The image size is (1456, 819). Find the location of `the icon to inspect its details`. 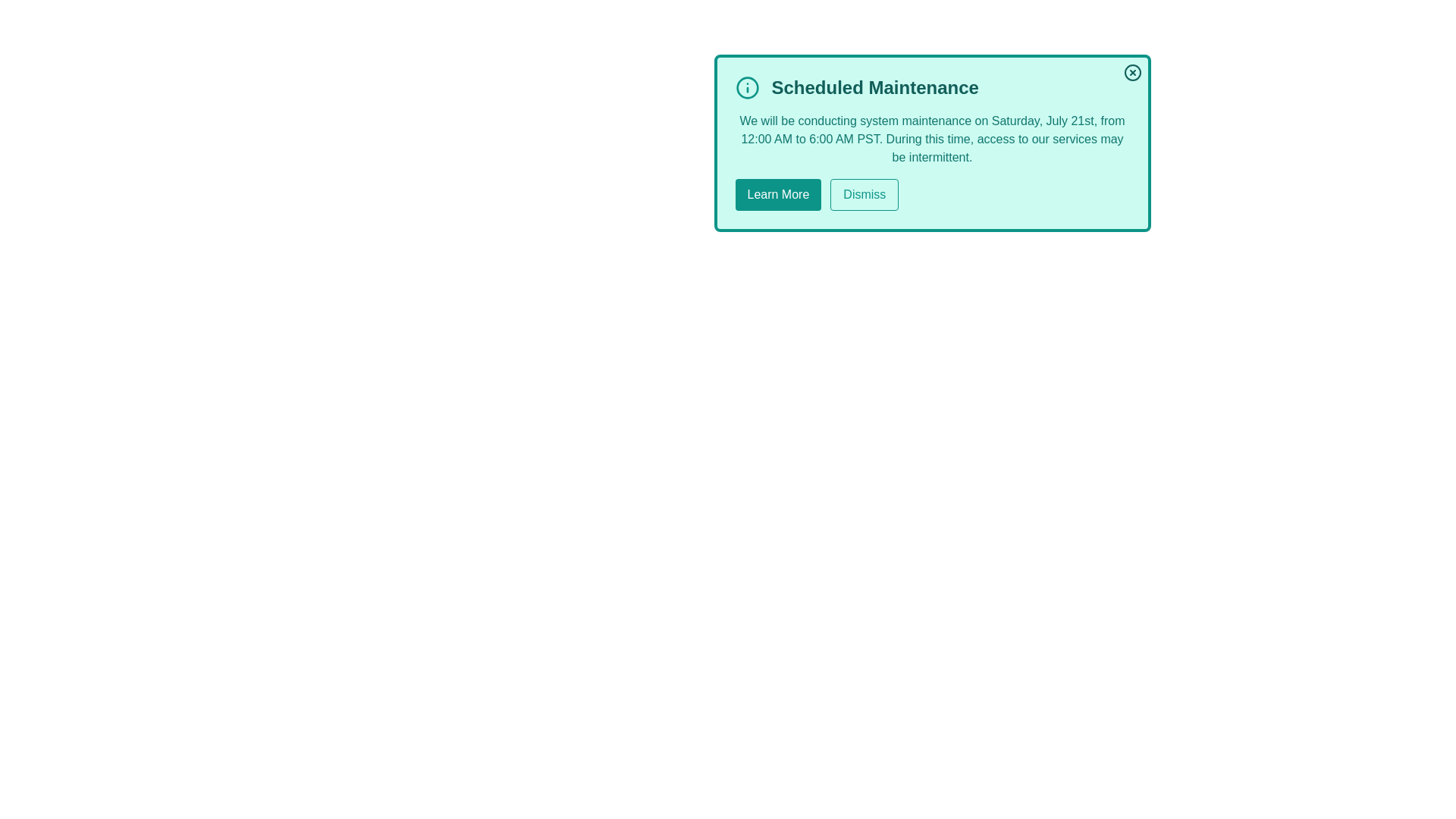

the icon to inspect its details is located at coordinates (747, 87).